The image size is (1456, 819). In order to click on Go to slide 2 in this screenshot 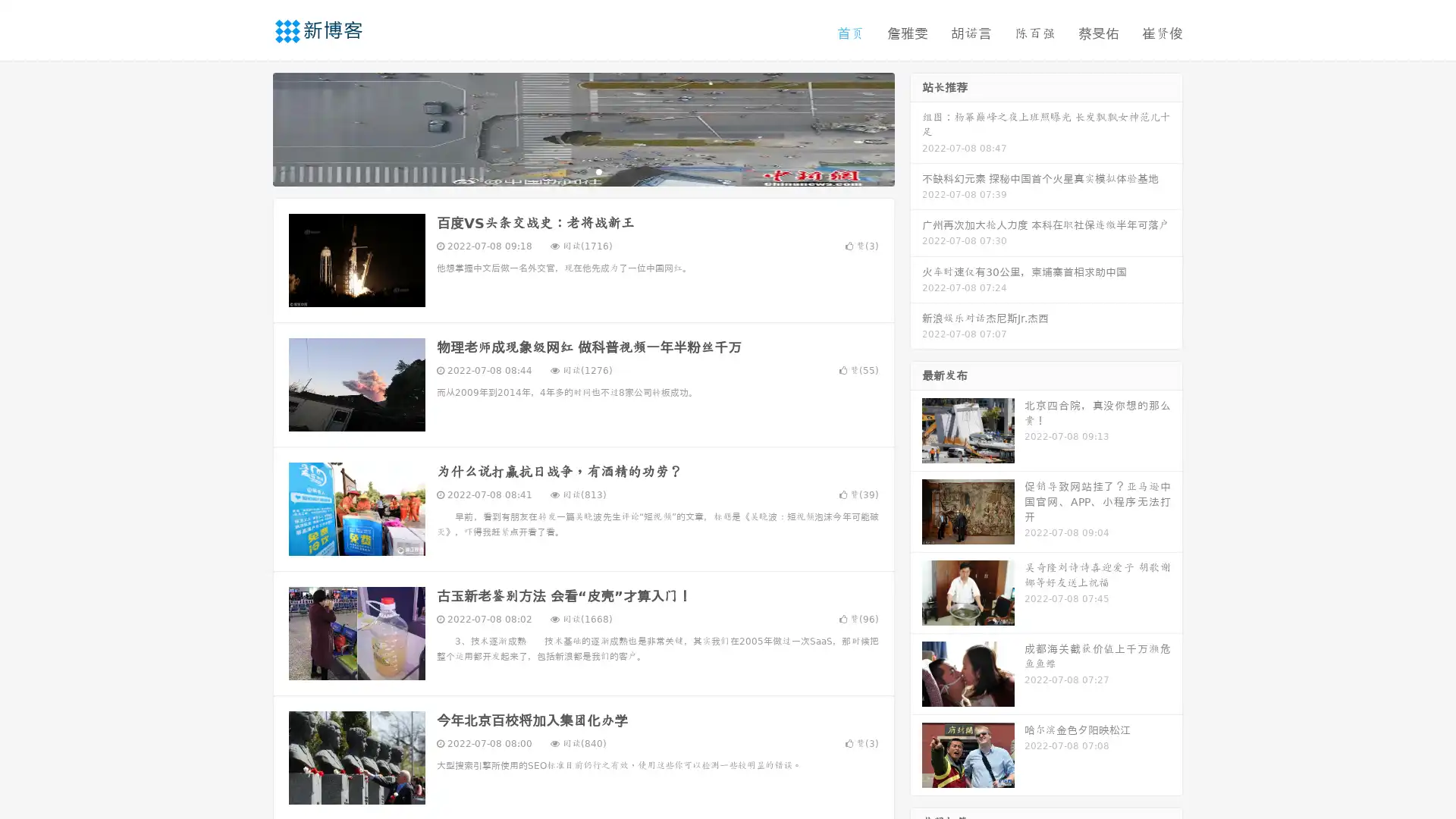, I will do `click(582, 171)`.